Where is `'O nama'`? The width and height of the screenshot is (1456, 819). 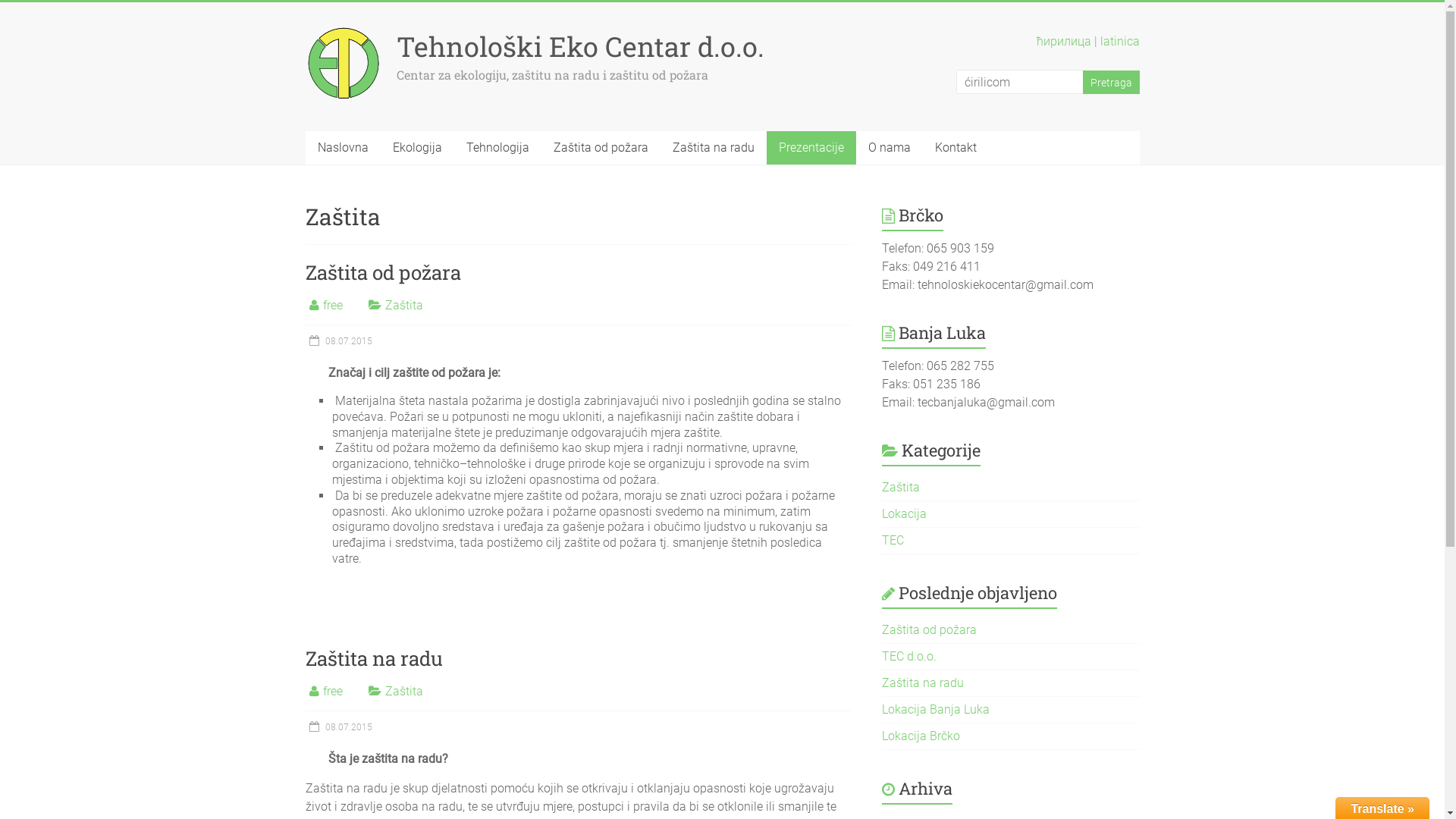 'O nama' is located at coordinates (855, 148).